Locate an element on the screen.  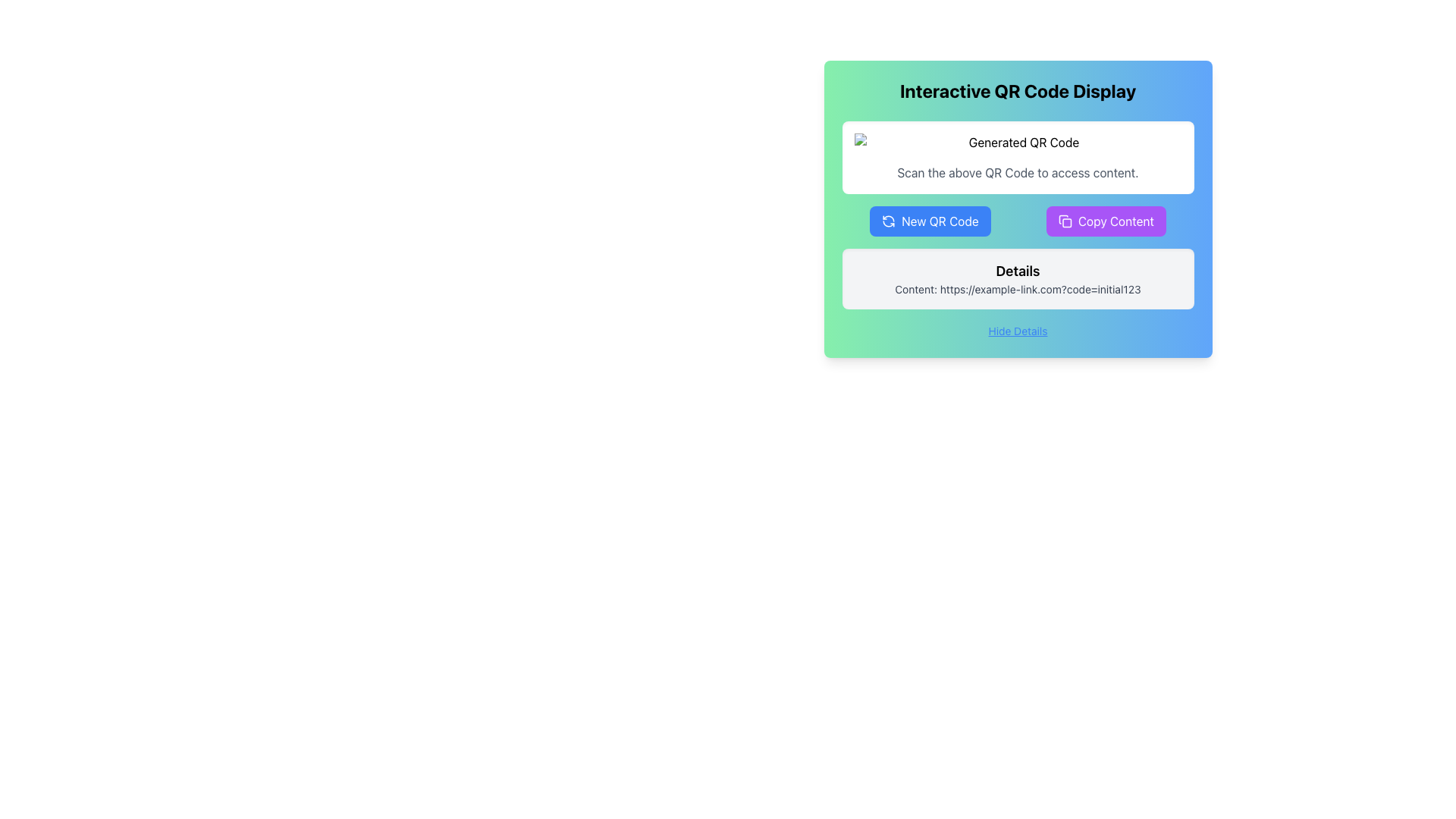
the 'Hide Details' hyperlink located at the bottom-right corner of the card component to hide the details is located at coordinates (1018, 329).